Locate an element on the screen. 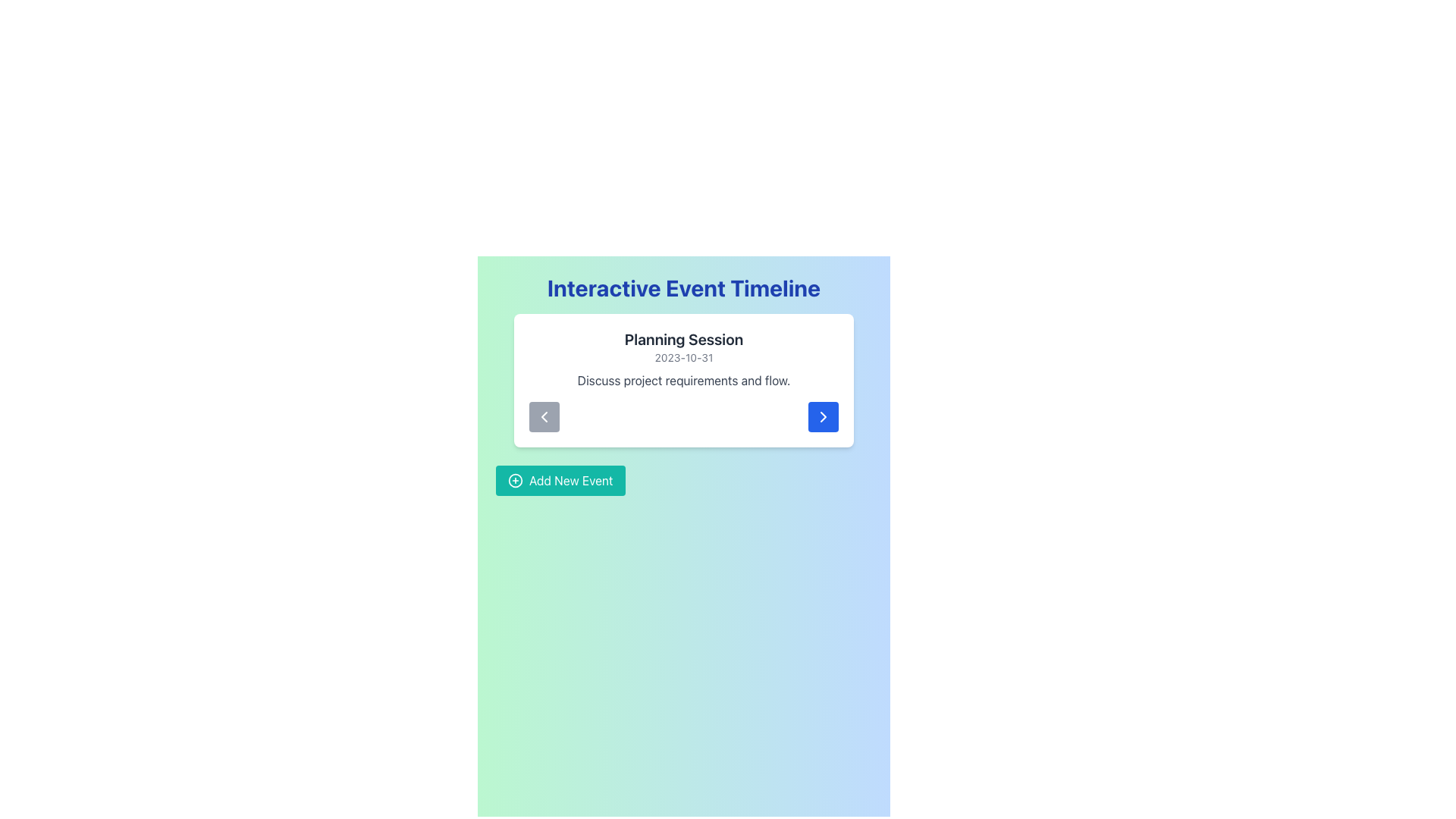 This screenshot has width=1456, height=819. the button located to the left of the descriptive text within the event card component, which serves as a navigational control for cycling to the previous item in the sequence is located at coordinates (544, 417).